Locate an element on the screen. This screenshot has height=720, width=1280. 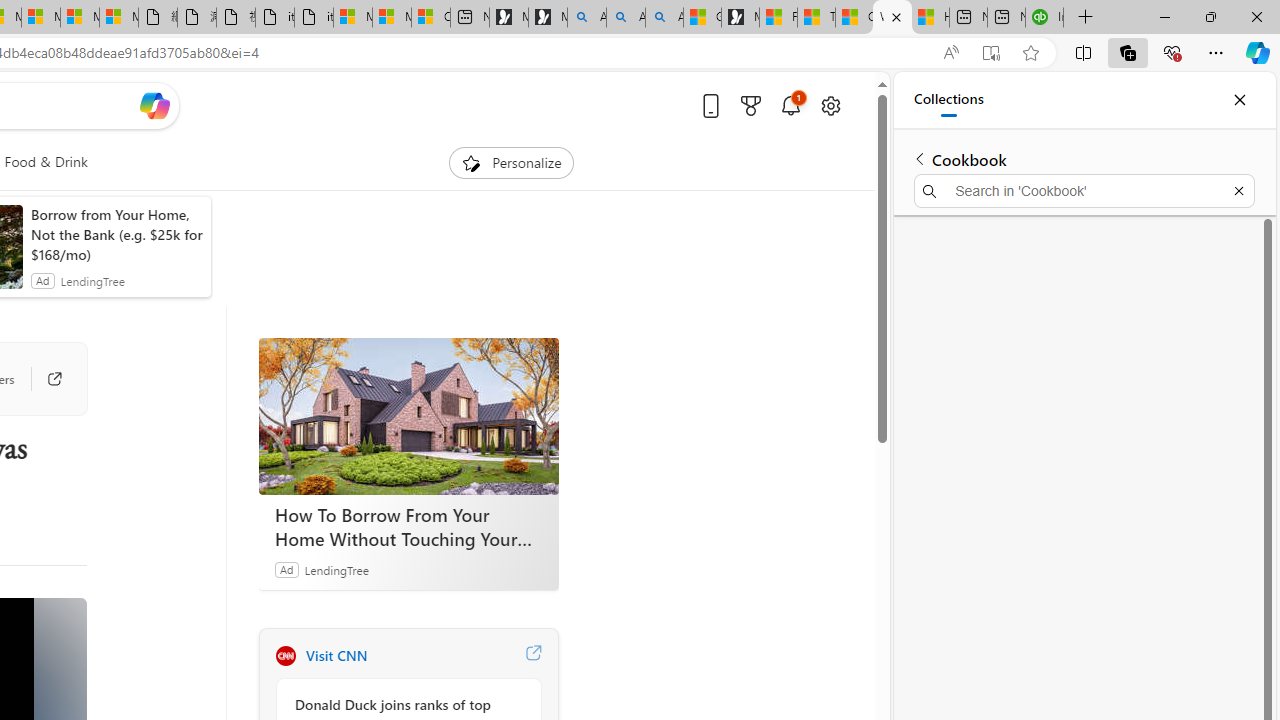
'Visit CNN website' is located at coordinates (533, 655).